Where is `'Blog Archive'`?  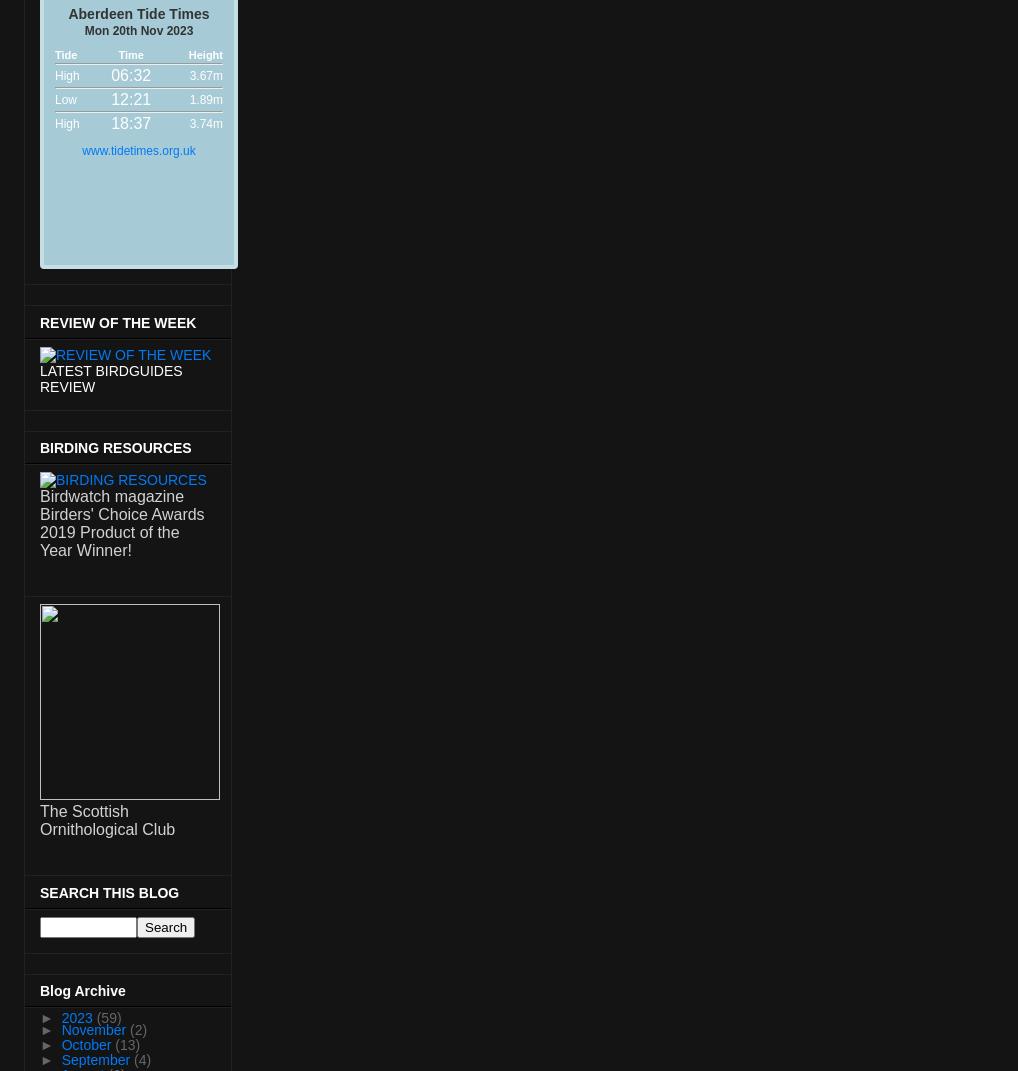
'Blog Archive' is located at coordinates (82, 989).